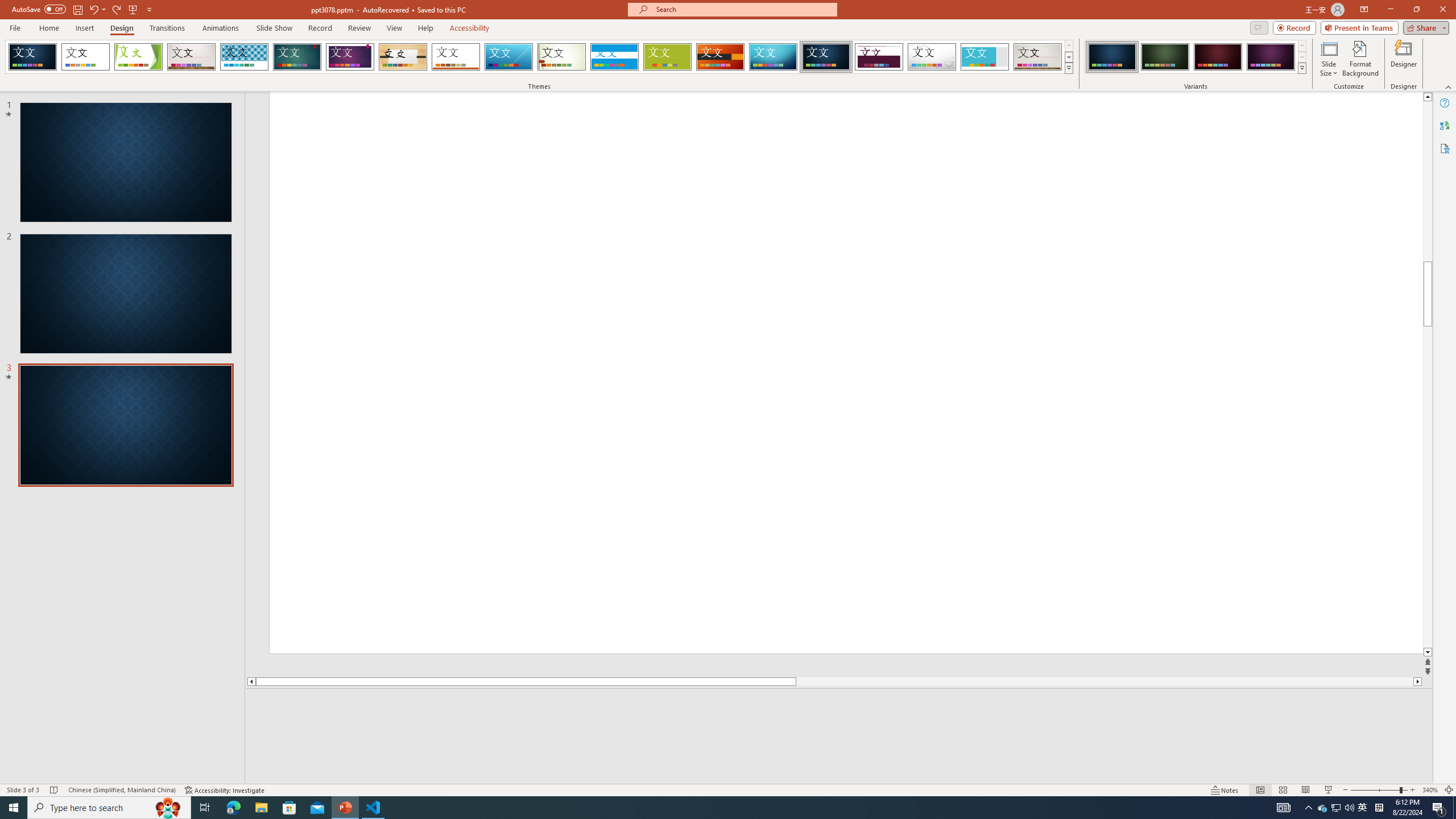  Describe the element at coordinates (1270, 56) in the screenshot. I see `'Damask Variant 4'` at that location.